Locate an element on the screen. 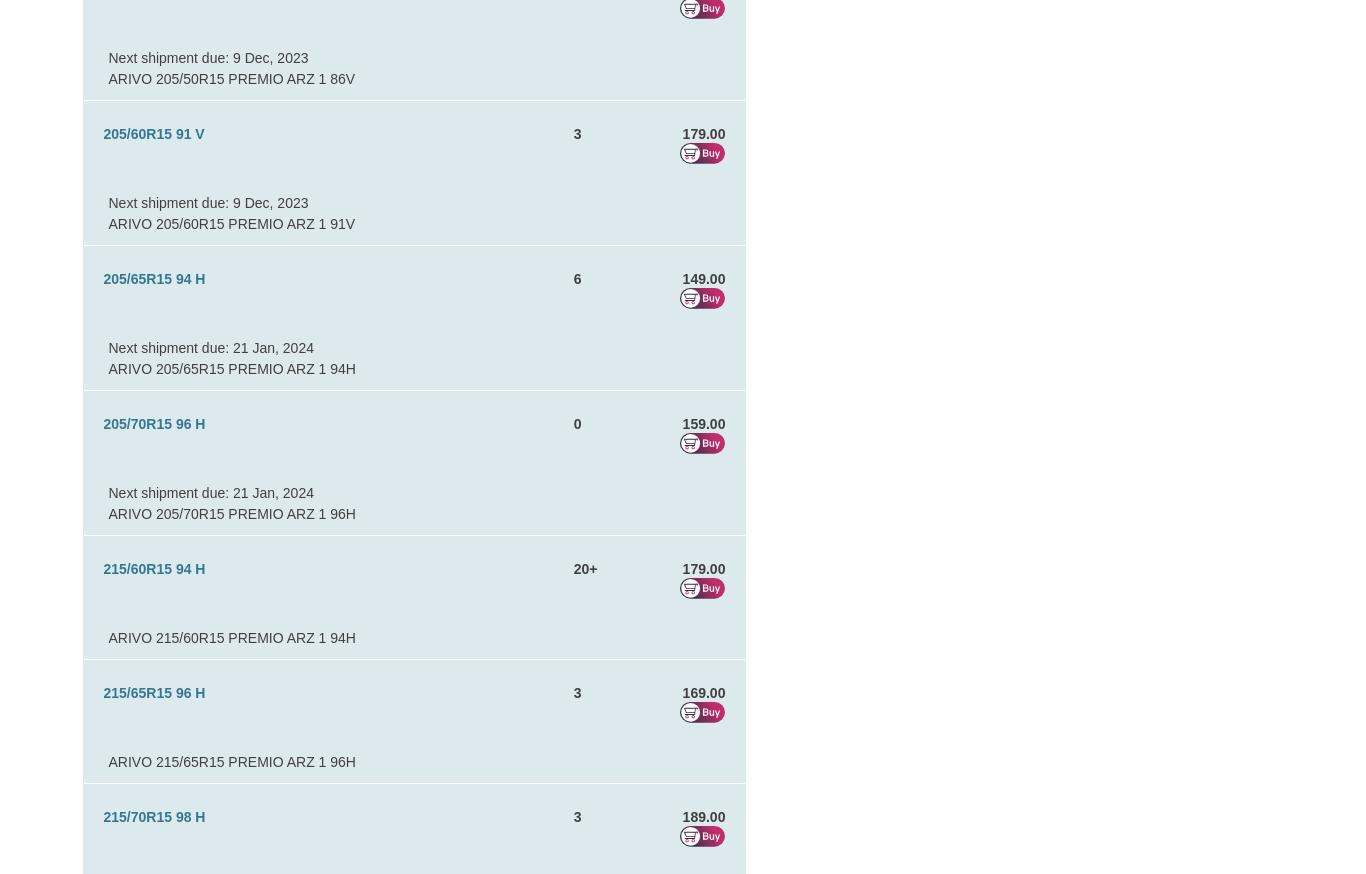 This screenshot has height=874, width=1366. 'ARIVO 205/70R15 PREMIO ARZ 1 96H' is located at coordinates (231, 513).